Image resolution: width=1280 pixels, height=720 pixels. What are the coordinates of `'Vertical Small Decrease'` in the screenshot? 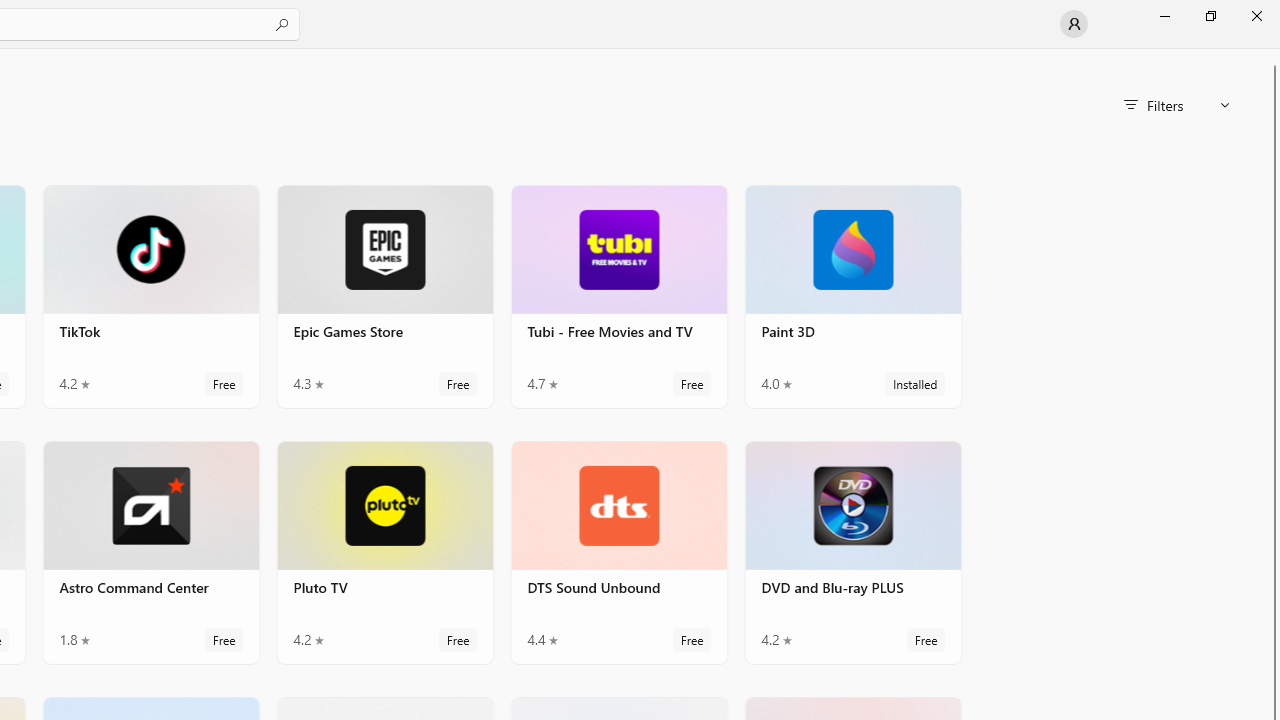 It's located at (1271, 54).